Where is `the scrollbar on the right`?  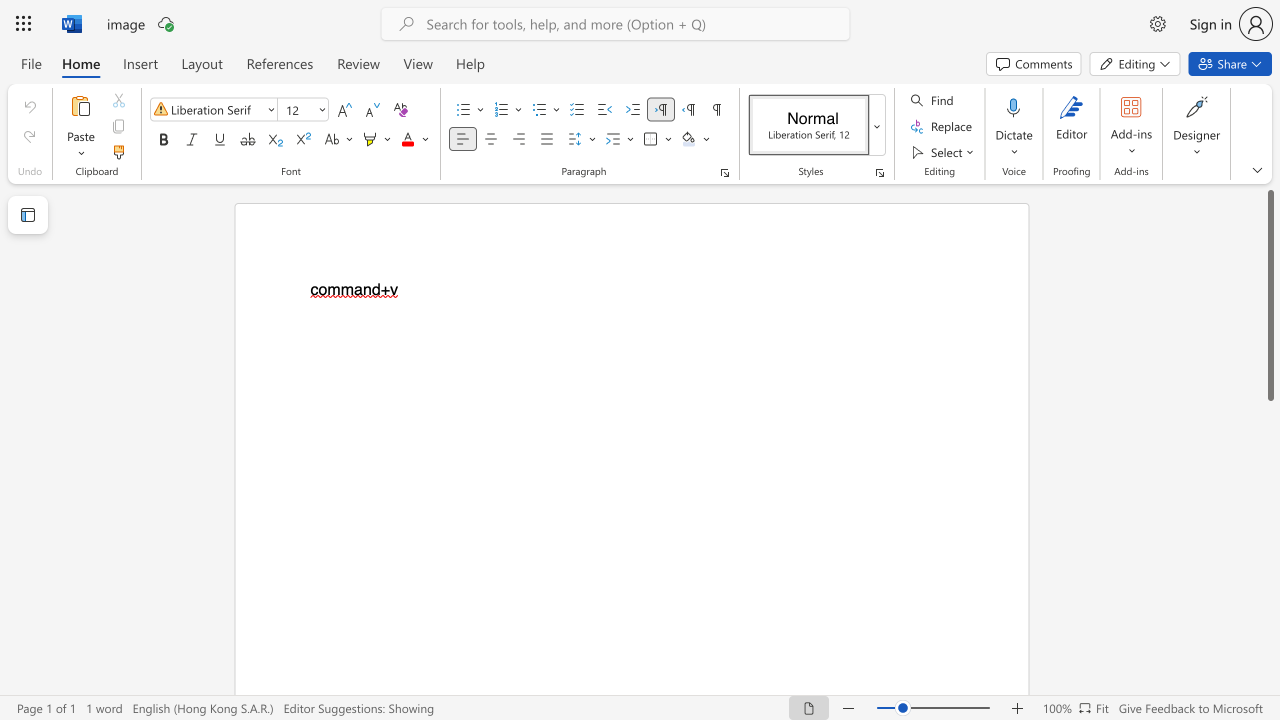
the scrollbar on the right is located at coordinates (1269, 660).